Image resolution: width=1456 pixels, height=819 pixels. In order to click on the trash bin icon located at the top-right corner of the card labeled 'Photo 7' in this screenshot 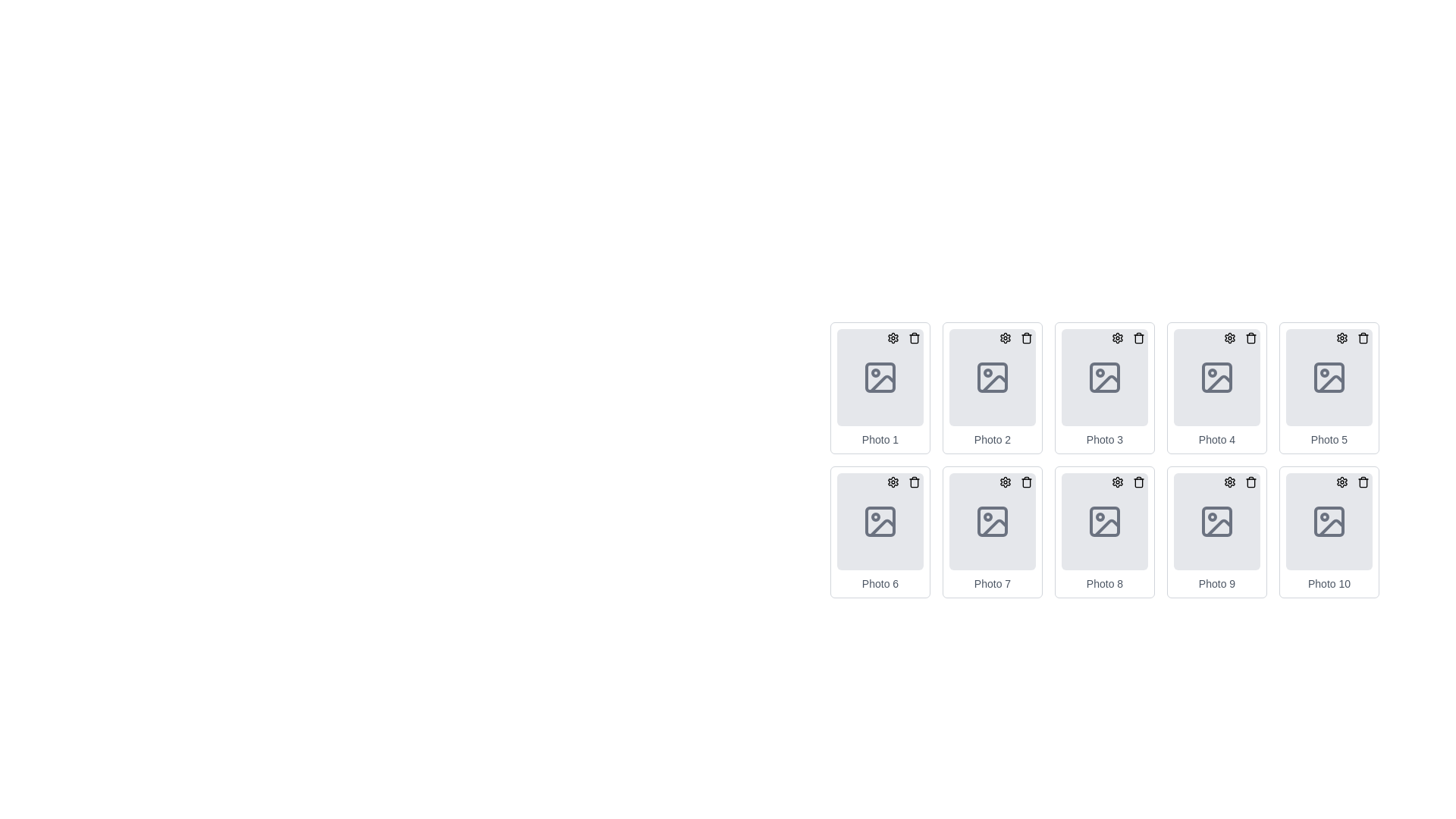, I will do `click(1026, 482)`.